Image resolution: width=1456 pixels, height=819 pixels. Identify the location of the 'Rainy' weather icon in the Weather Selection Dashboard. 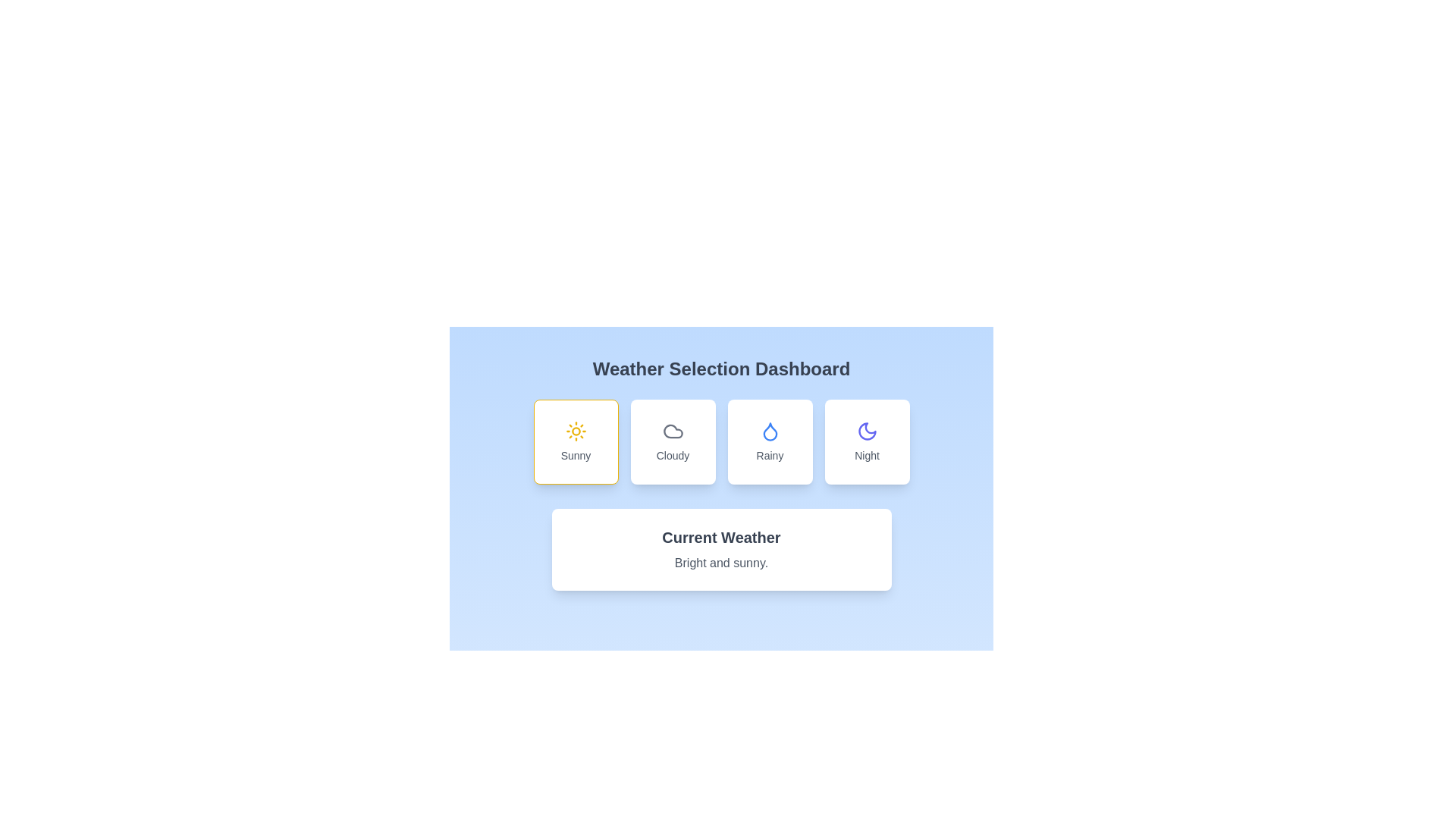
(770, 431).